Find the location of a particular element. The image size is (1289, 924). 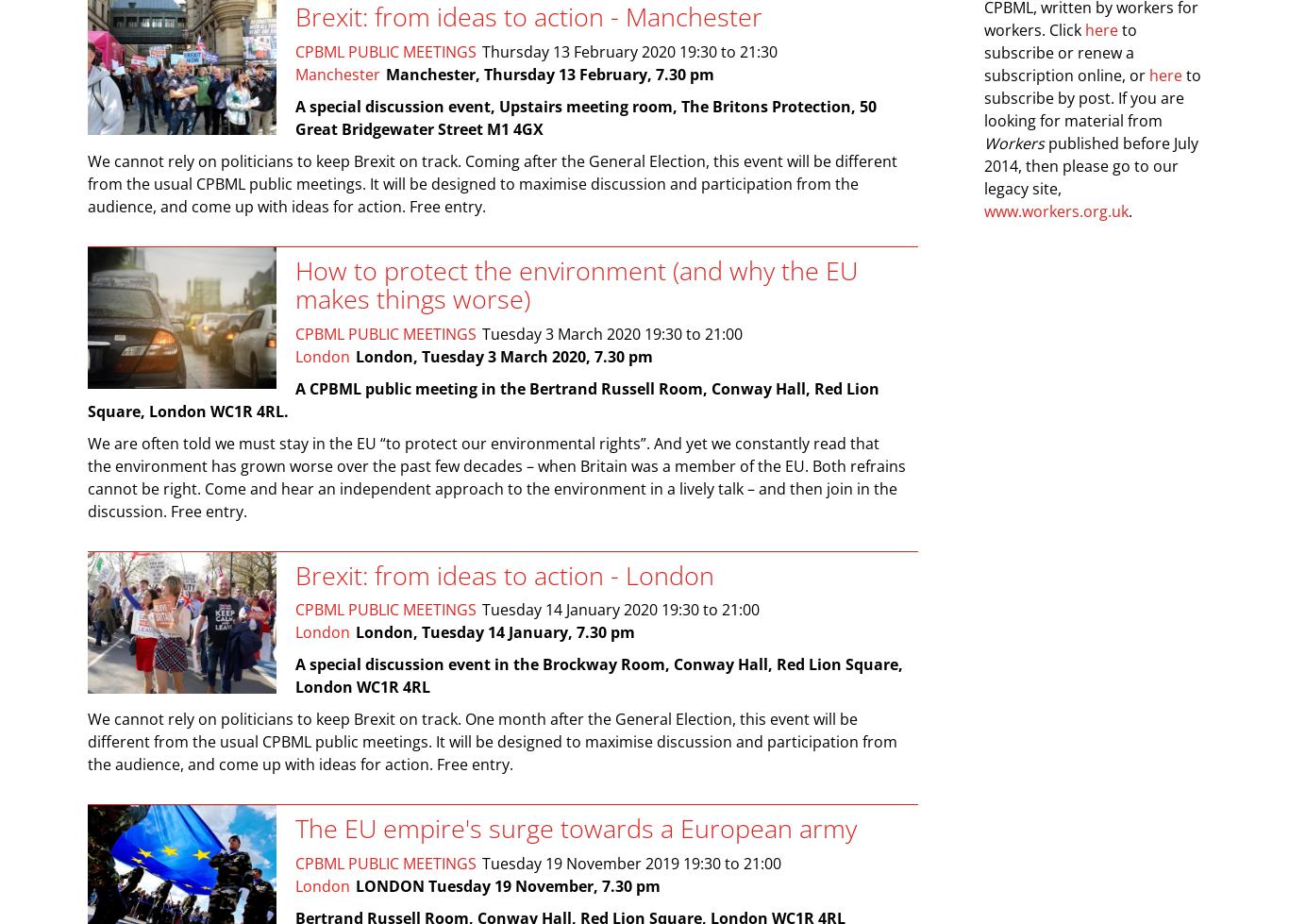

'A special discussion event in the Brockway Room, Conway Hall, Red Lion Square, London WC1R 4RL' is located at coordinates (598, 675).